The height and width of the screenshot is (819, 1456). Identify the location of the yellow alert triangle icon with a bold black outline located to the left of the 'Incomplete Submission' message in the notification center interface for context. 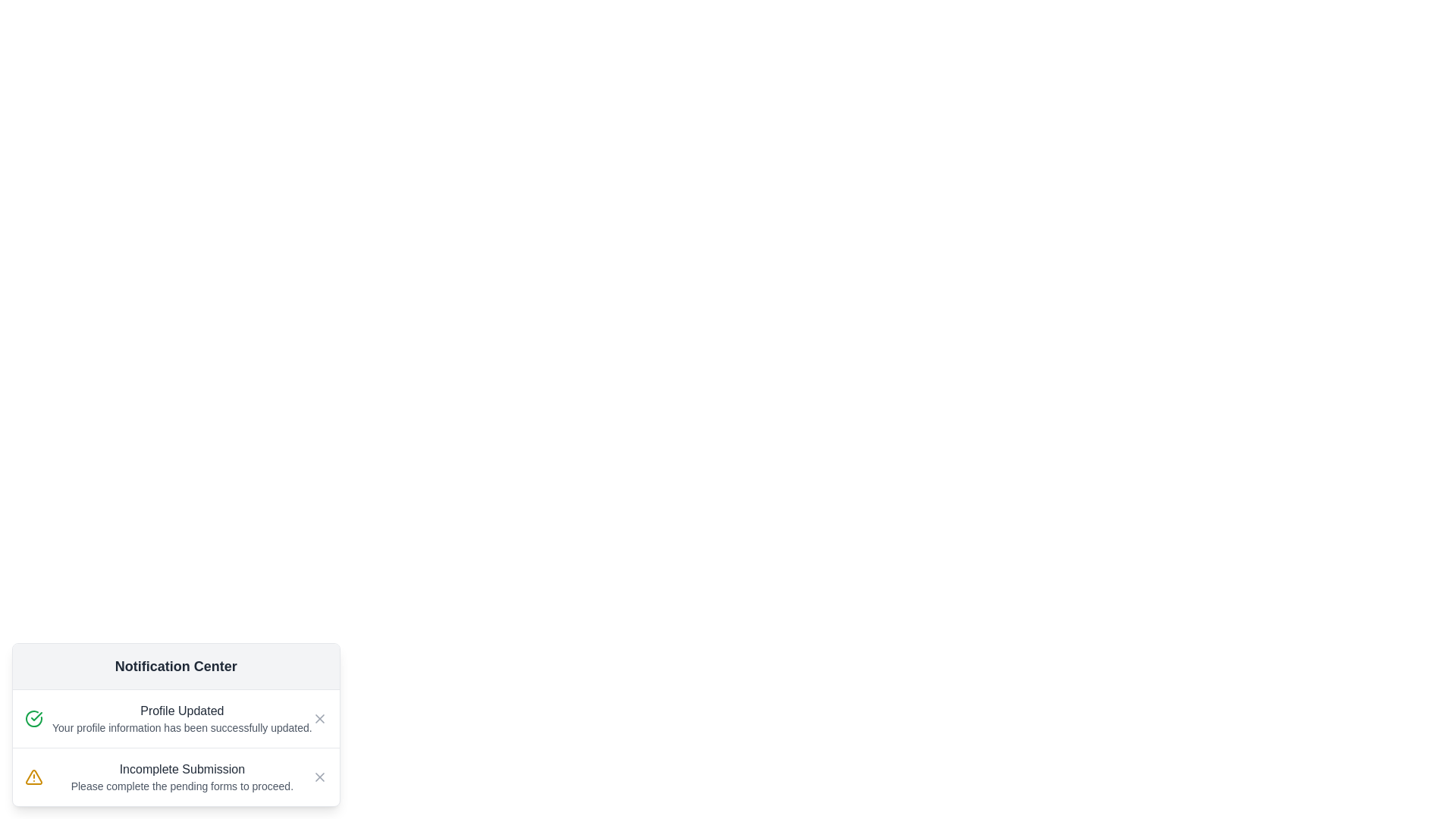
(33, 777).